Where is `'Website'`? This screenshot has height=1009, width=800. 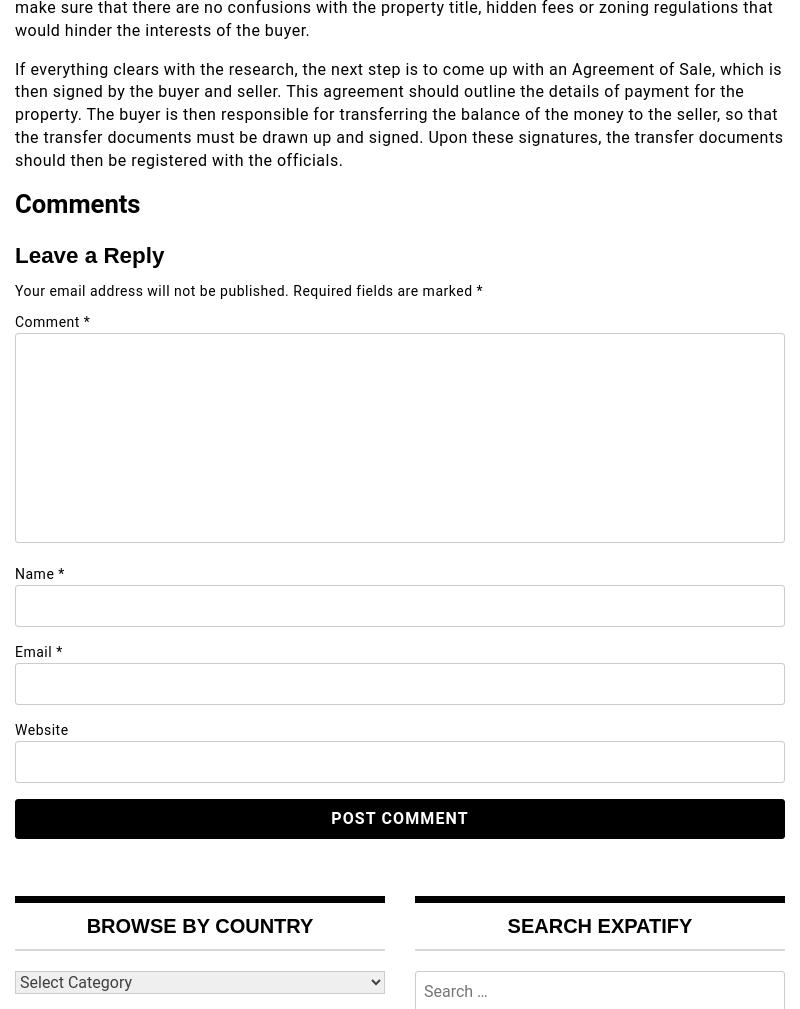 'Website' is located at coordinates (40, 730).